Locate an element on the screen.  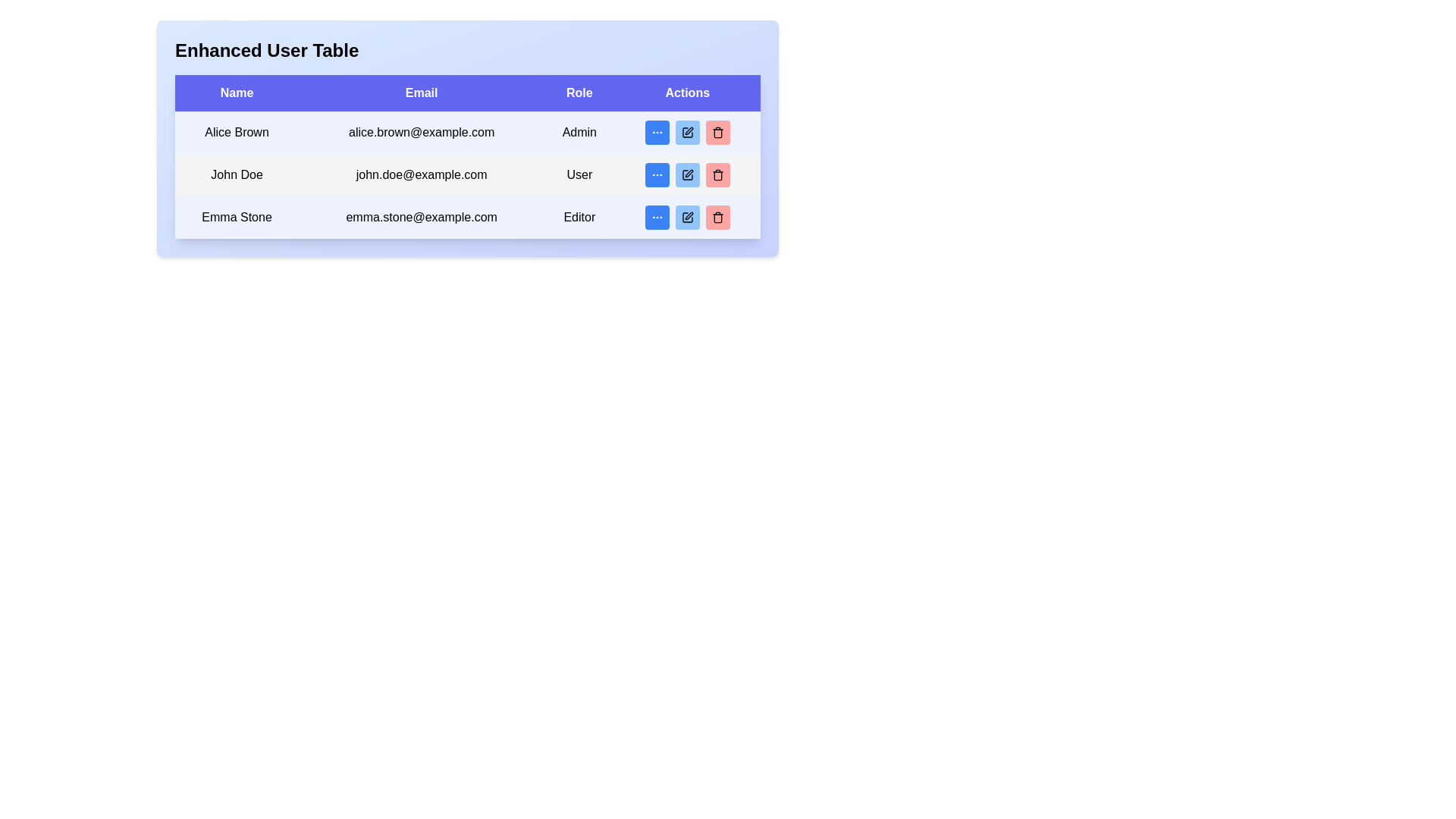
the trash can button with a red background in the 'Actions' column for user 'John Doe' to change its background color is located at coordinates (717, 174).